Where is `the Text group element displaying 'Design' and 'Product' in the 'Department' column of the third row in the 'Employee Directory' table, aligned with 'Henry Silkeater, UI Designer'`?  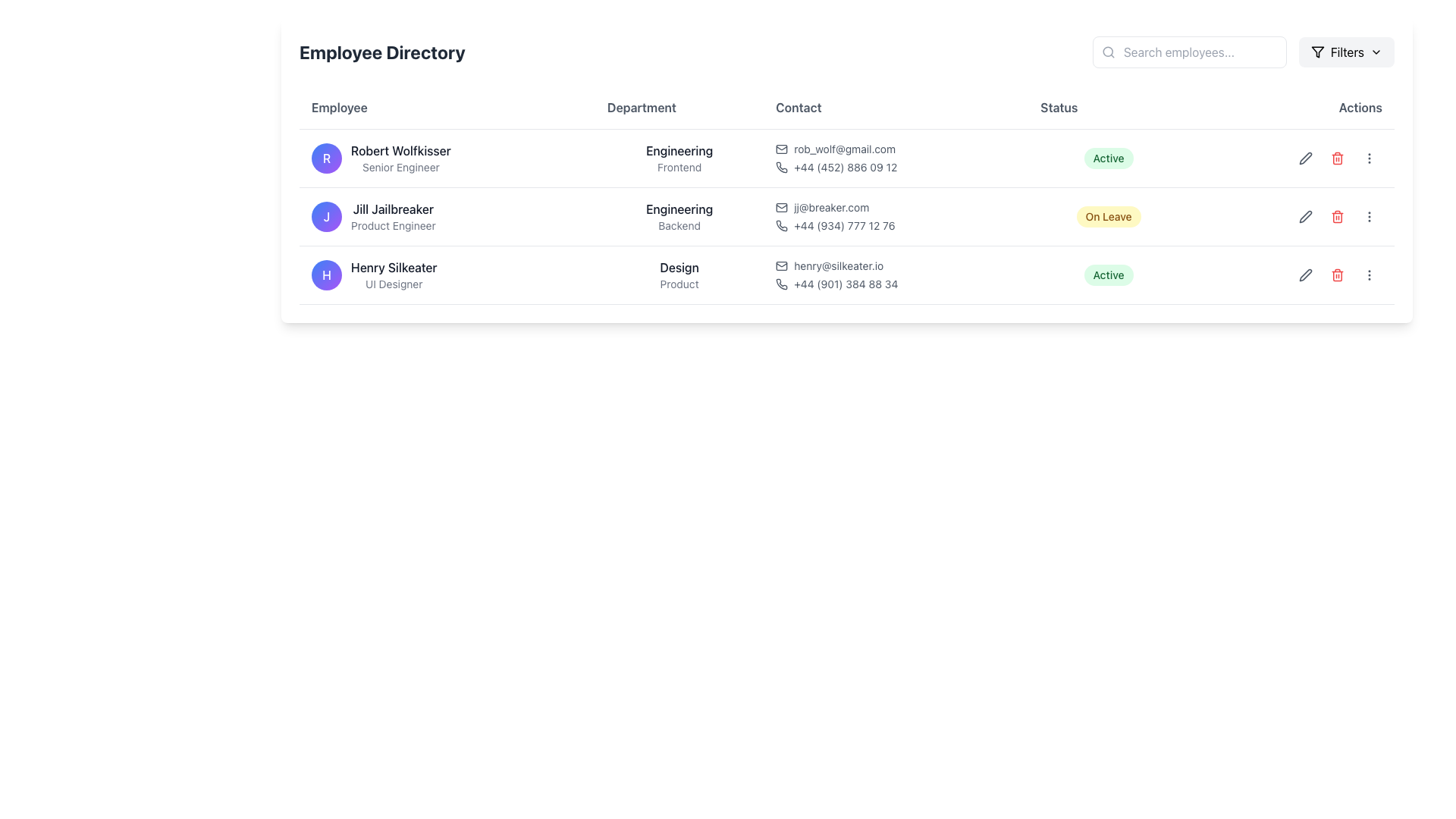
the Text group element displaying 'Design' and 'Product' in the 'Department' column of the third row in the 'Employee Directory' table, aligned with 'Henry Silkeater, UI Designer' is located at coordinates (679, 275).